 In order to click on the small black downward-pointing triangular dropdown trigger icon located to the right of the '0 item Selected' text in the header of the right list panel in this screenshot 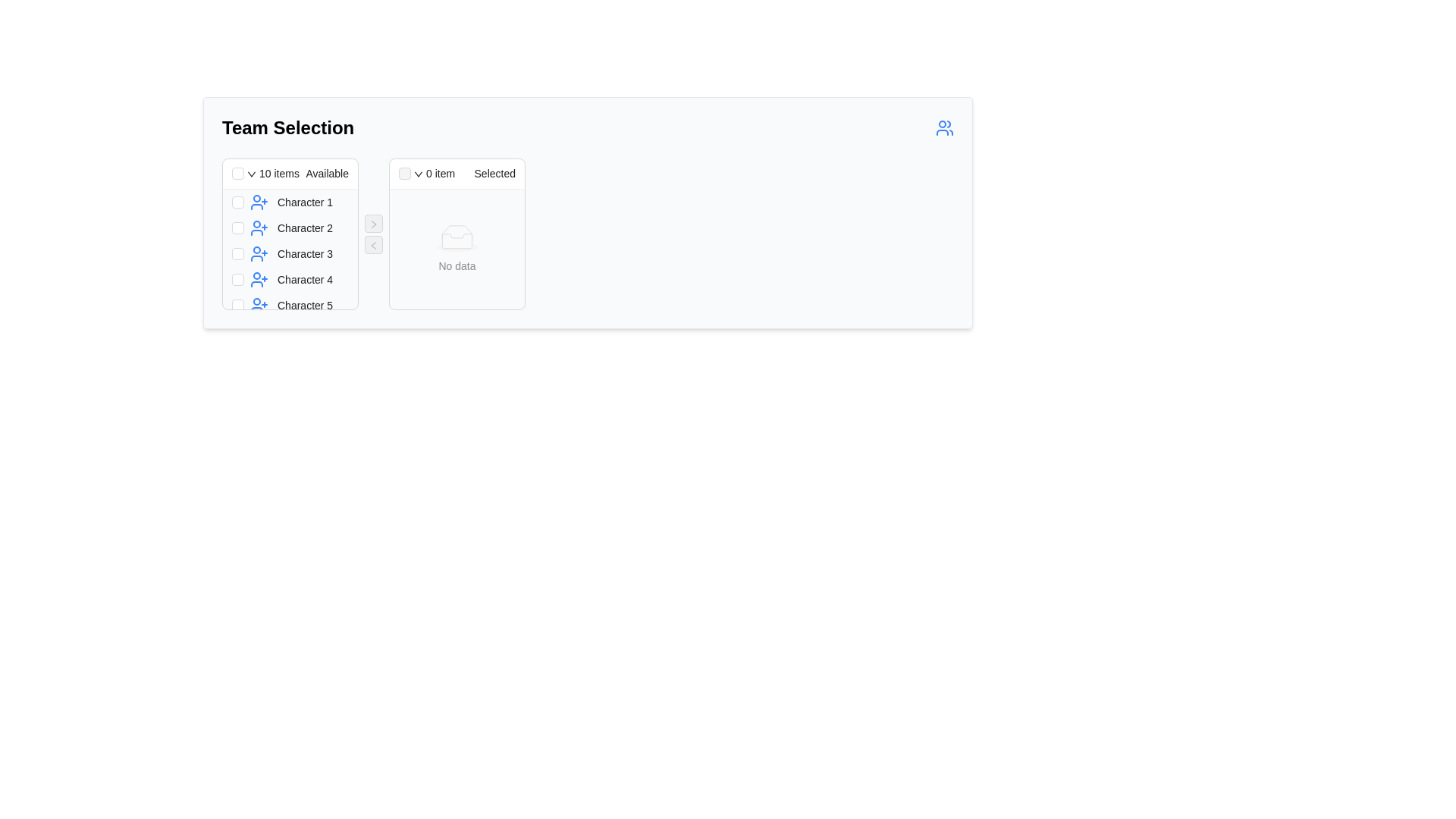, I will do `click(419, 174)`.